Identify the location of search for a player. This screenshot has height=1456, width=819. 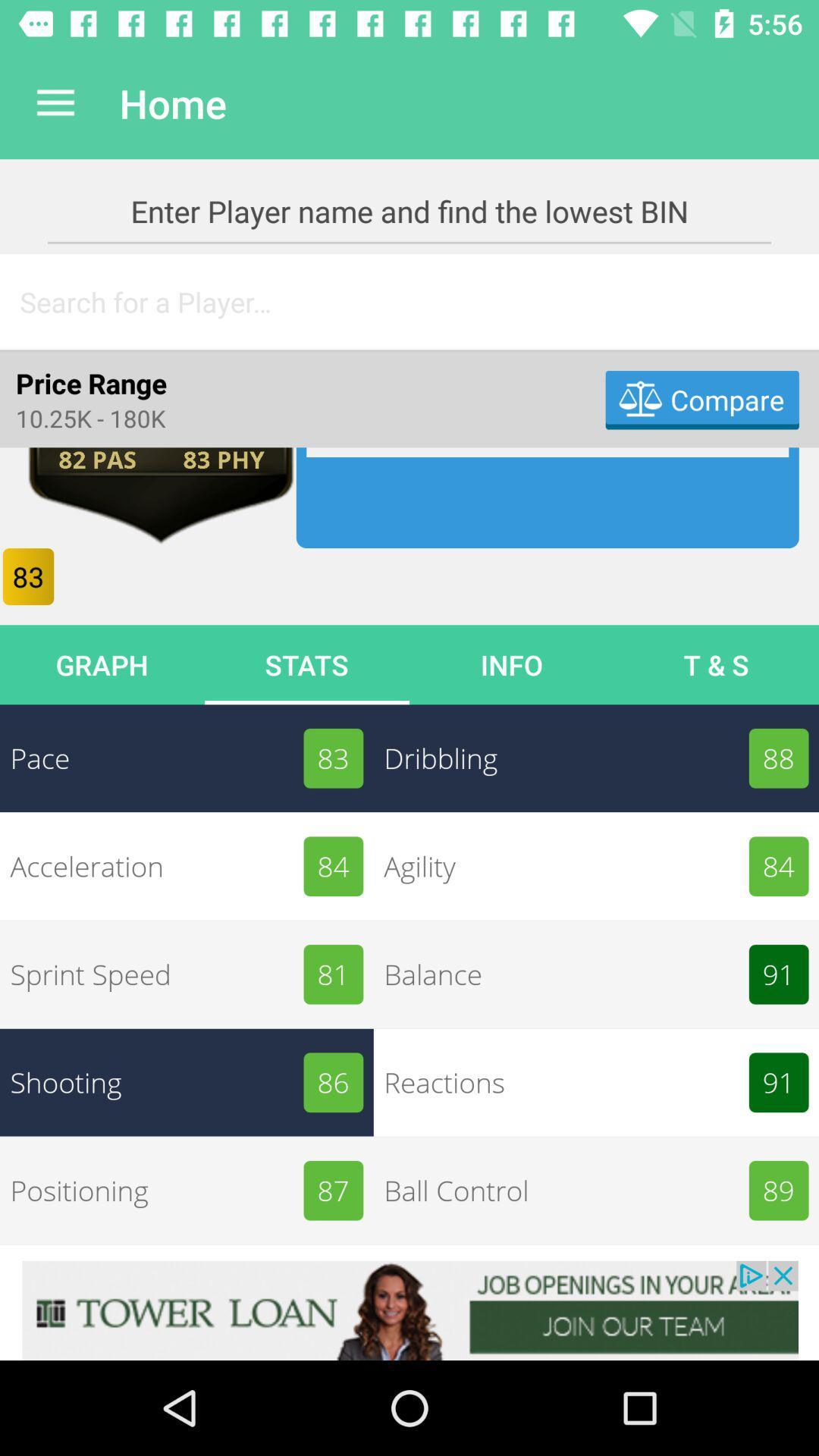
(409, 302).